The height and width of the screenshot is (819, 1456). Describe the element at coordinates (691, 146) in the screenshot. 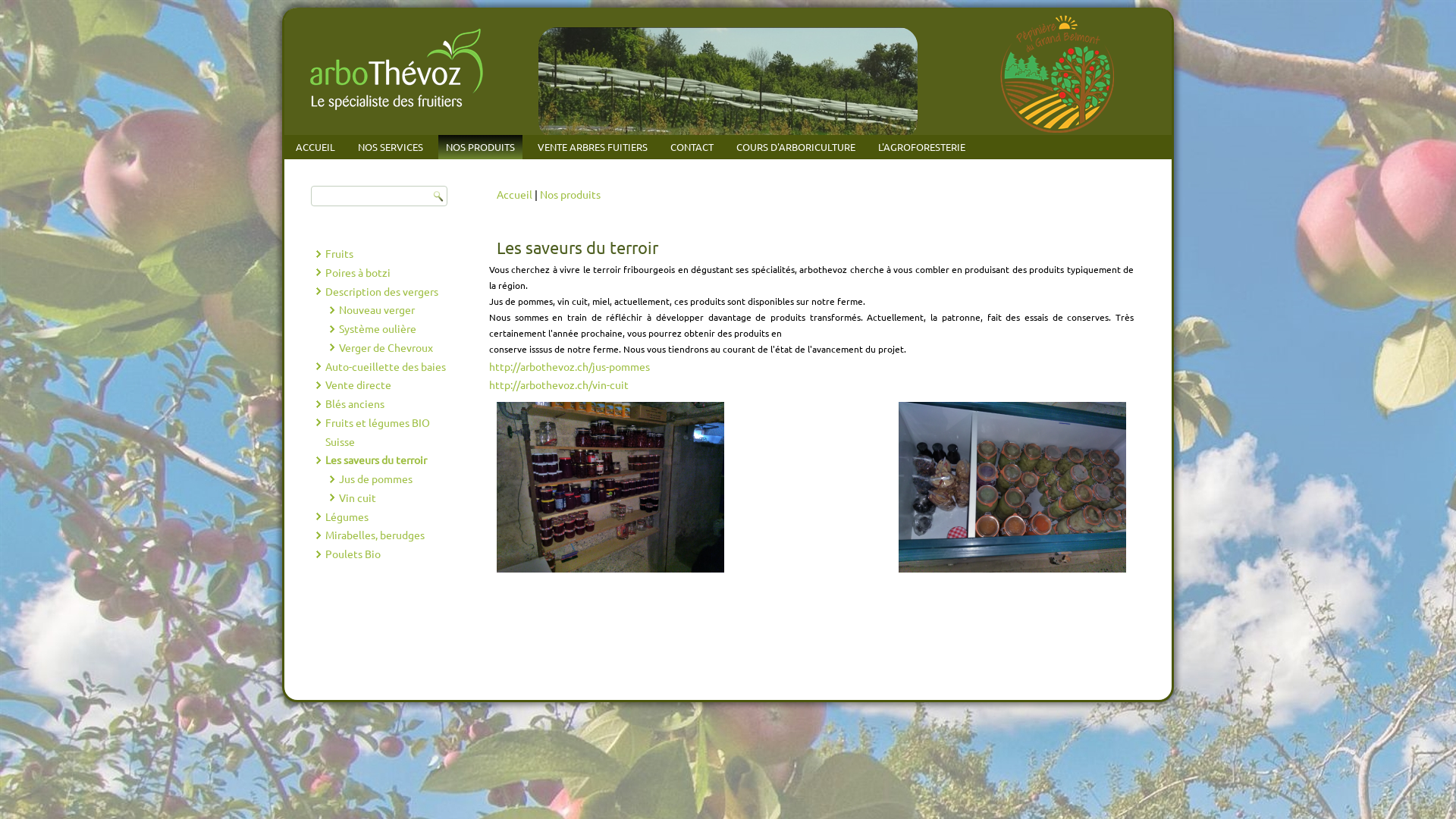

I see `'CONTACT'` at that location.